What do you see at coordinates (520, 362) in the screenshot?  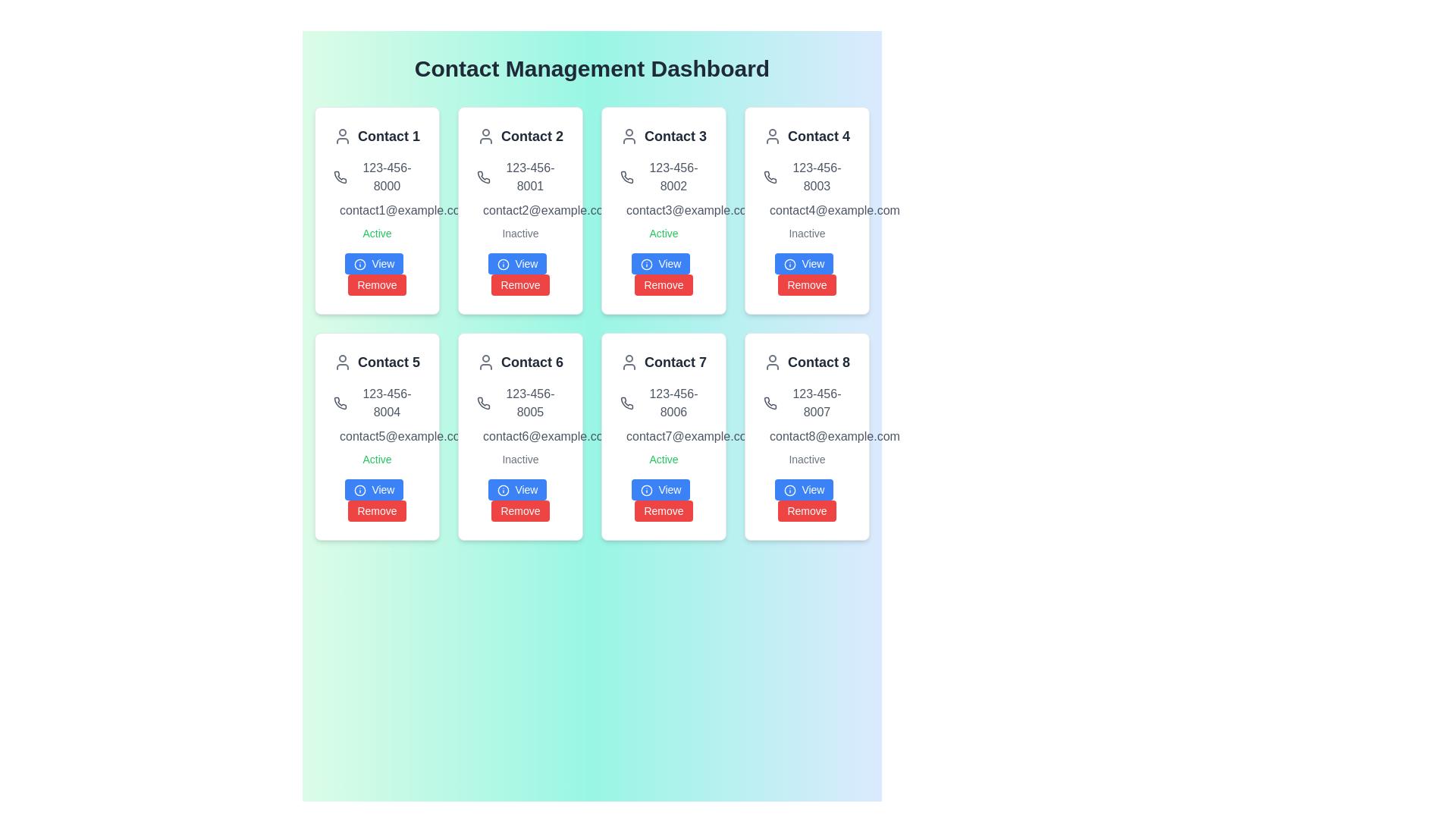 I see `the Text Label with Icon displaying 'Contact 6' located at the top of the card in the second row of the card grid layout` at bounding box center [520, 362].